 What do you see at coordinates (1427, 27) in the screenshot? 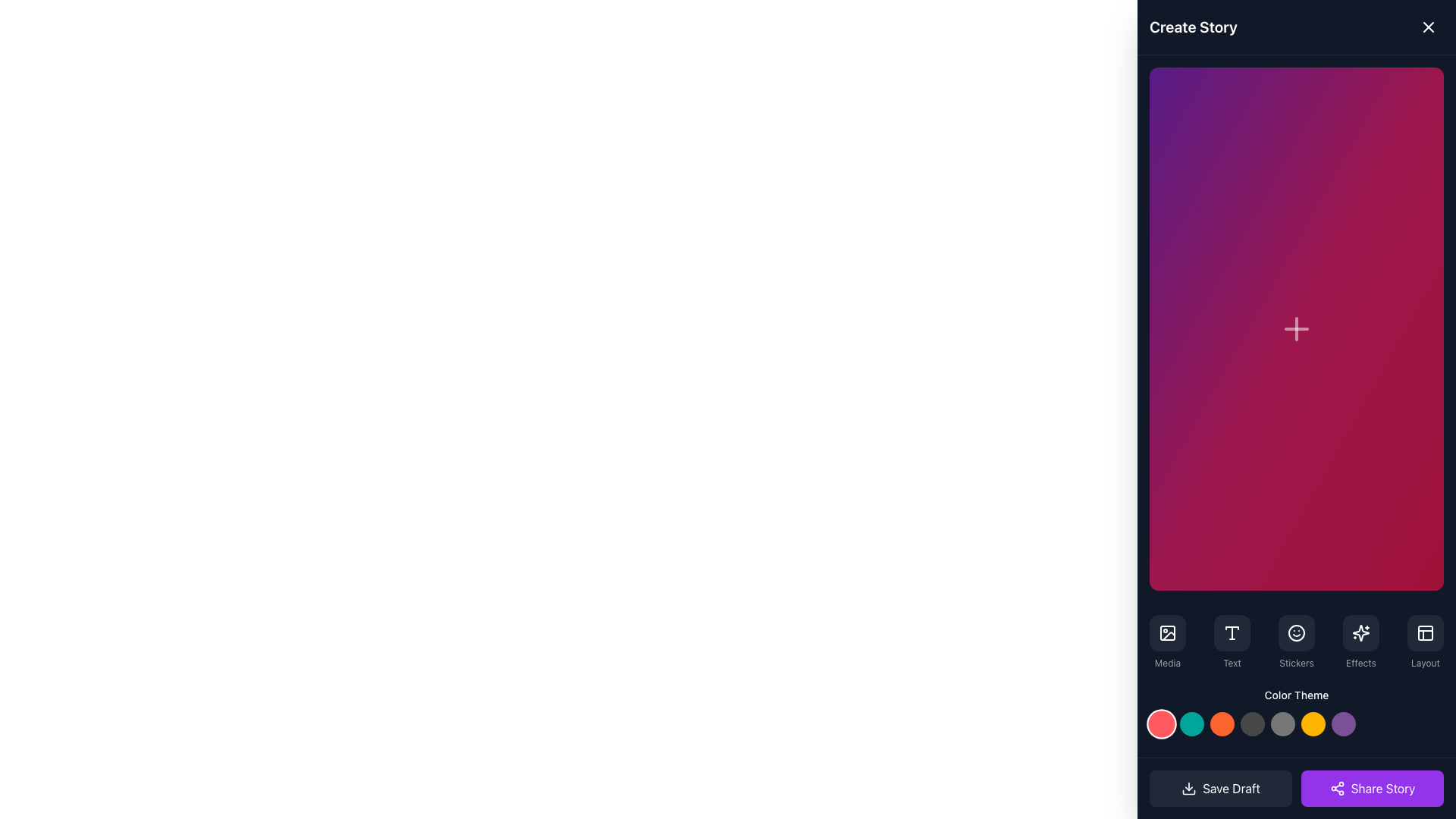
I see `the close button located at the top-right corner of the 'Create Story' panel to observe a visual change` at bounding box center [1427, 27].